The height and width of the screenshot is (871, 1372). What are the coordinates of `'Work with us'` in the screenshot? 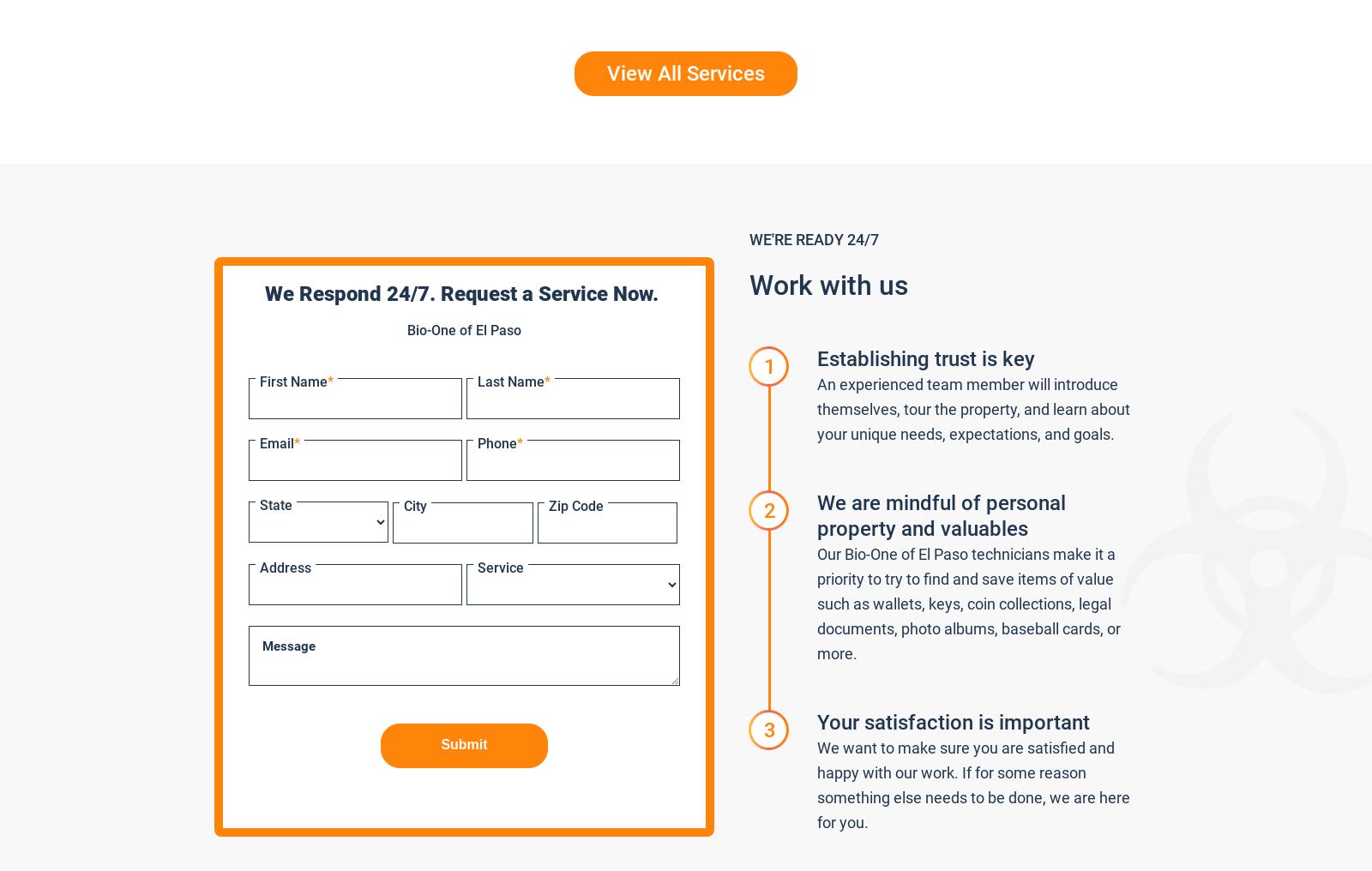 It's located at (828, 285).